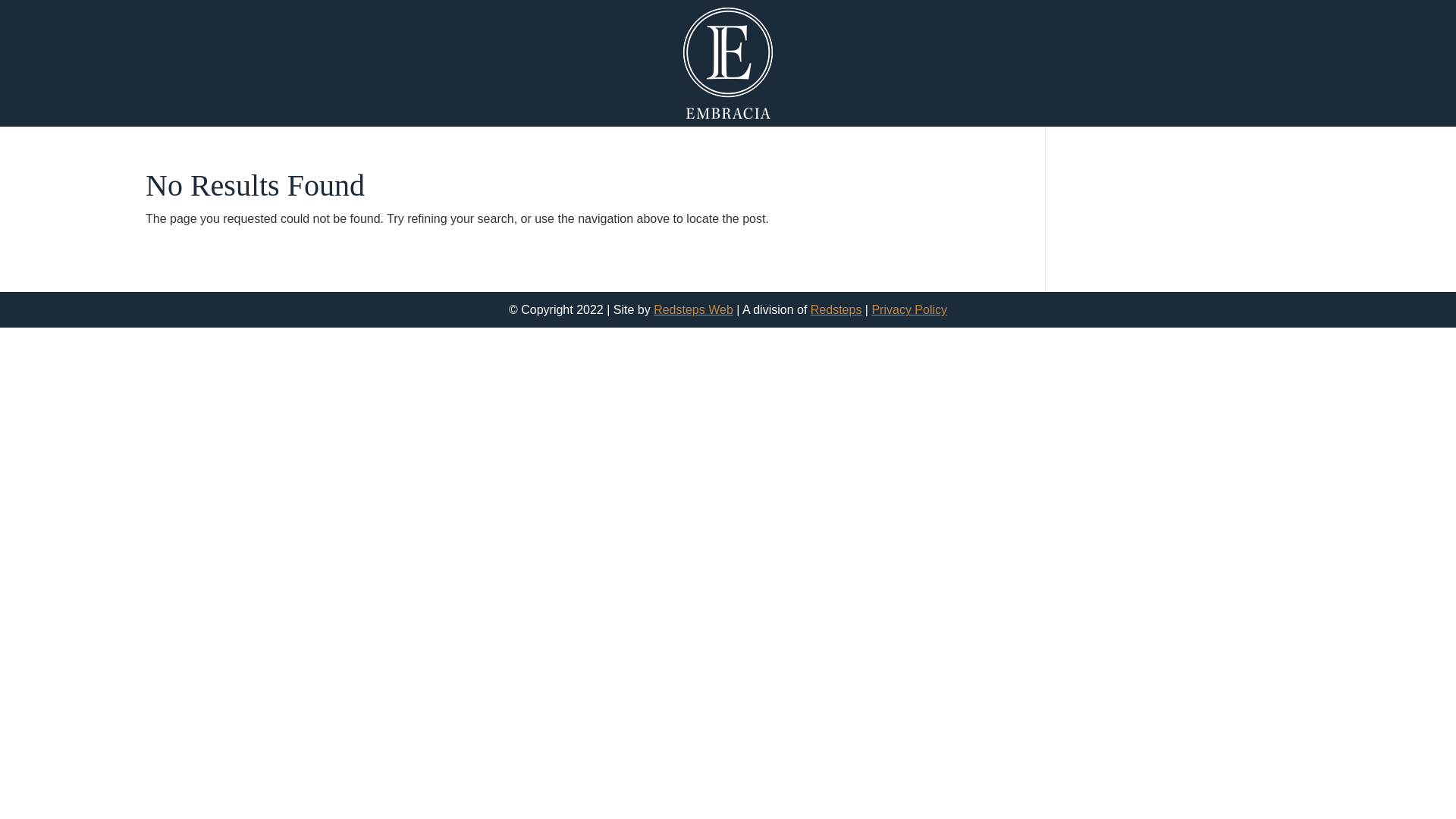 This screenshot has width=1456, height=819. Describe the element at coordinates (654, 309) in the screenshot. I see `'Redsteps Web'` at that location.